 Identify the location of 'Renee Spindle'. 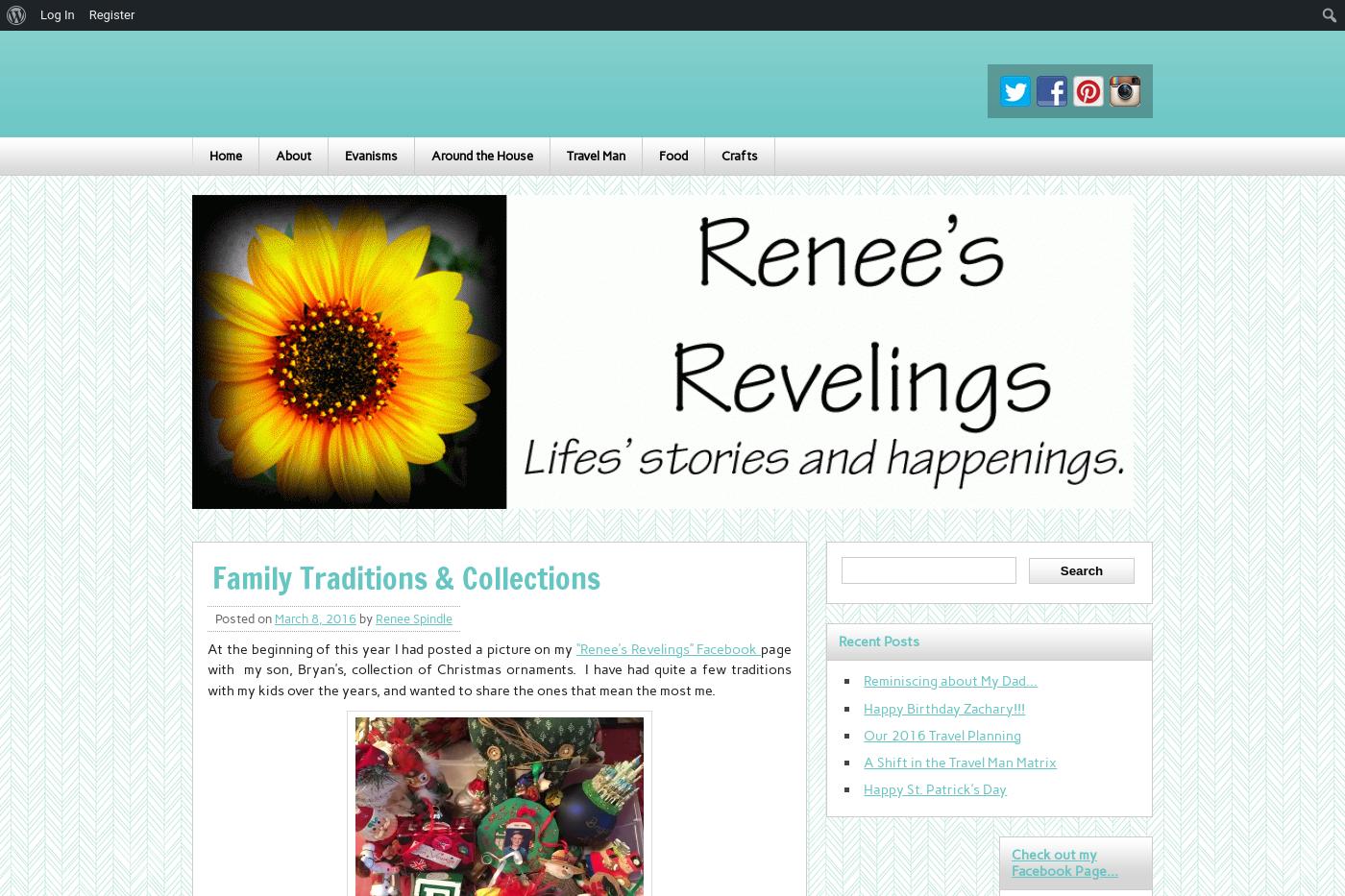
(414, 618).